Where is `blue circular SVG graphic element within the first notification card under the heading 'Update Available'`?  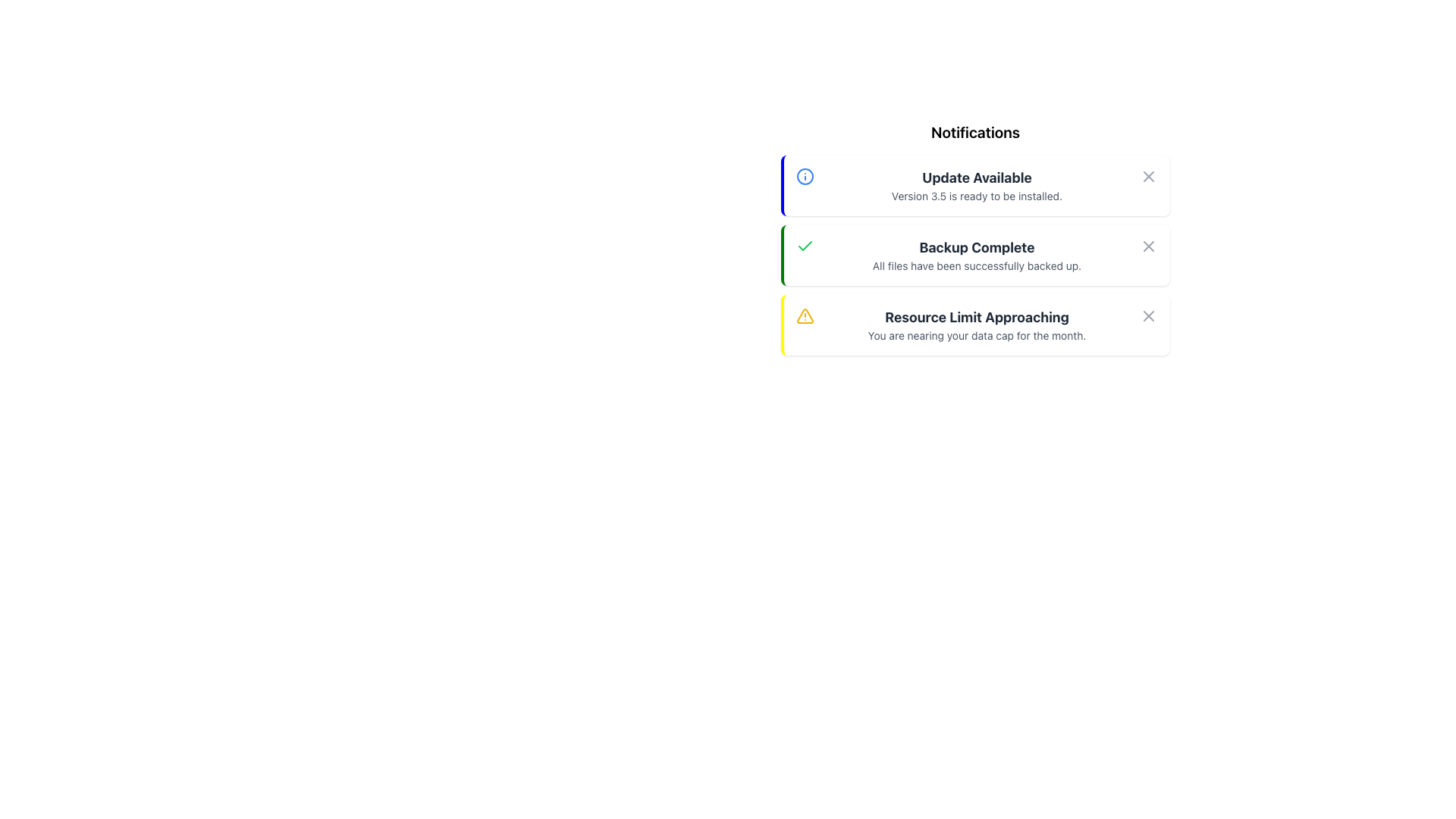 blue circular SVG graphic element within the first notification card under the heading 'Update Available' is located at coordinates (804, 175).